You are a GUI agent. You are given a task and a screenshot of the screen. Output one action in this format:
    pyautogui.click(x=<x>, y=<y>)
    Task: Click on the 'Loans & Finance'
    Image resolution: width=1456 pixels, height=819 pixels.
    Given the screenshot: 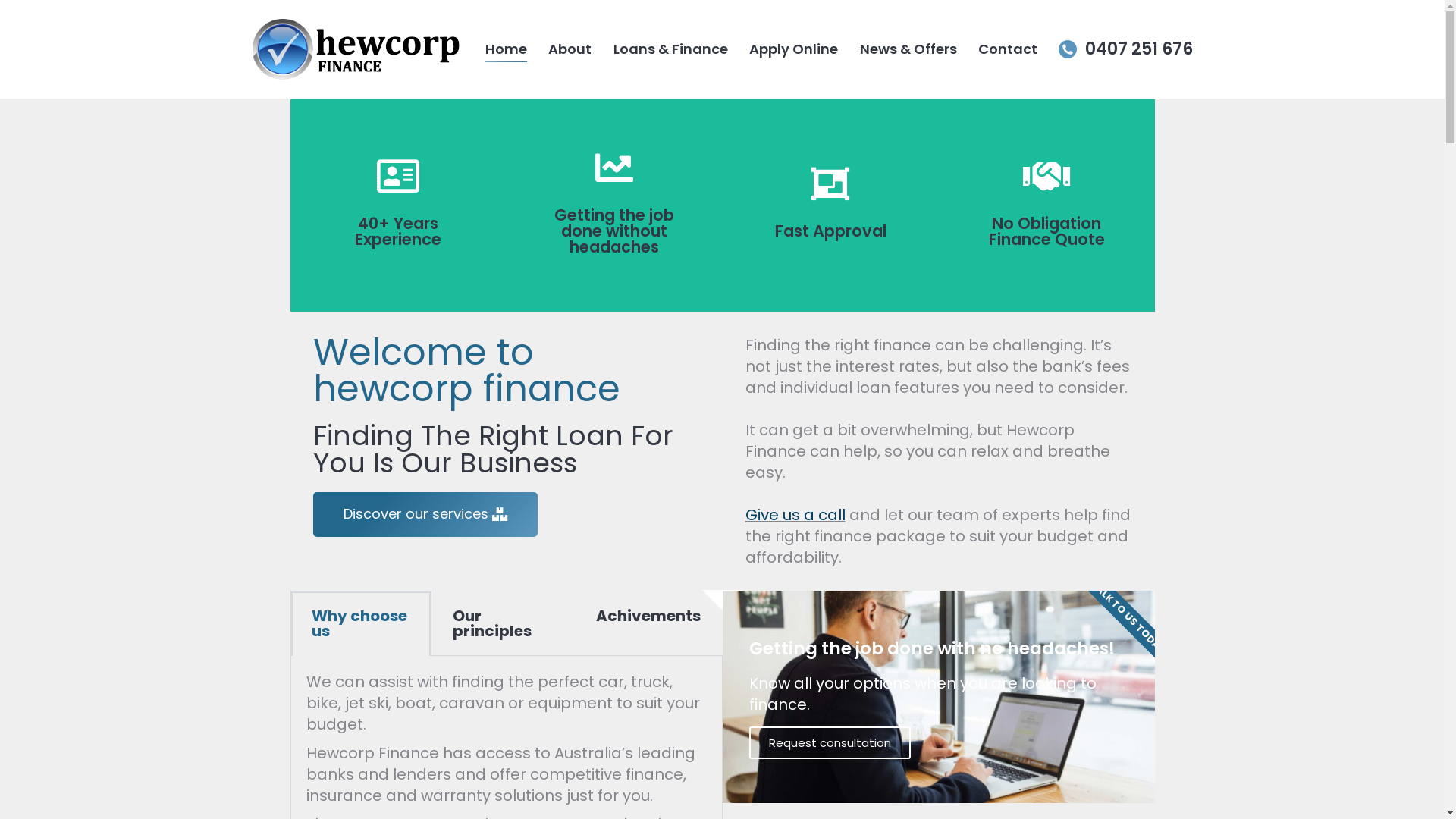 What is the action you would take?
    pyautogui.click(x=670, y=49)
    